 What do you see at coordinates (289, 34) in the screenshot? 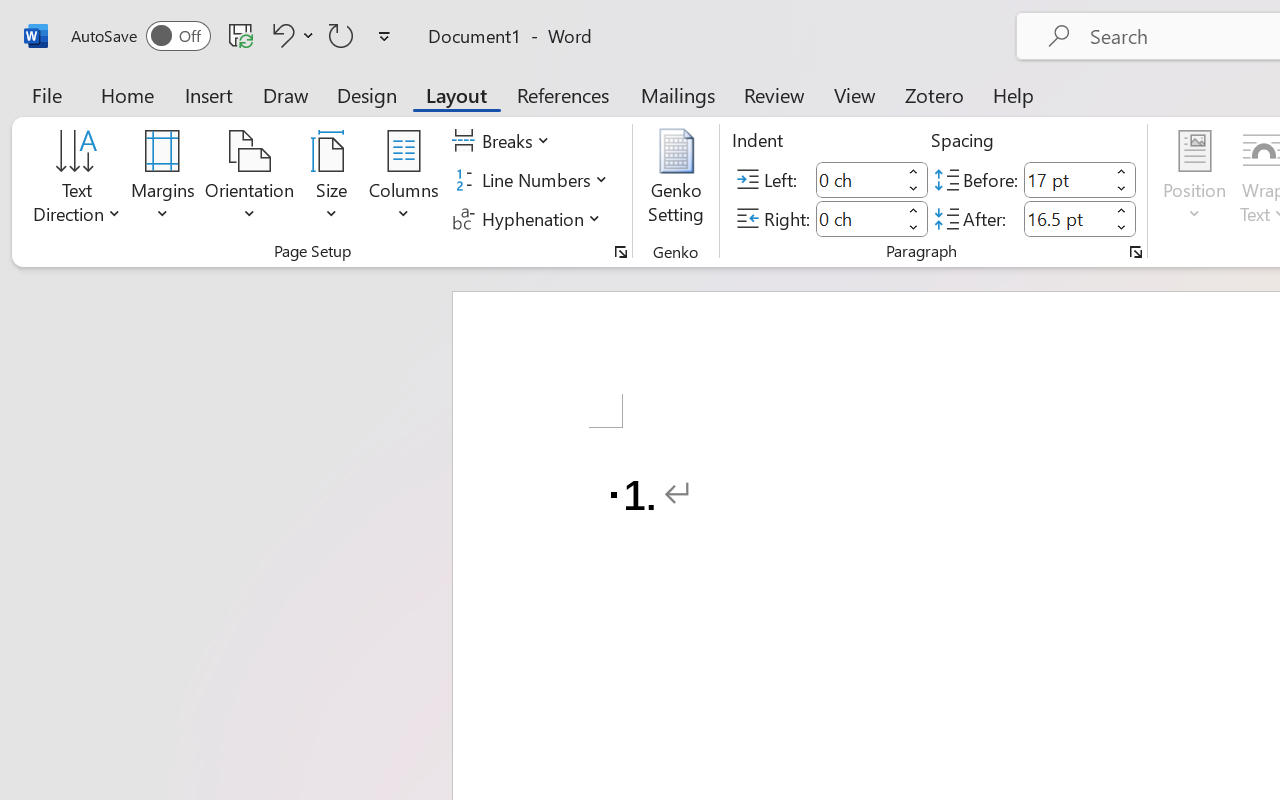
I see `'Undo Number Default'` at bounding box center [289, 34].